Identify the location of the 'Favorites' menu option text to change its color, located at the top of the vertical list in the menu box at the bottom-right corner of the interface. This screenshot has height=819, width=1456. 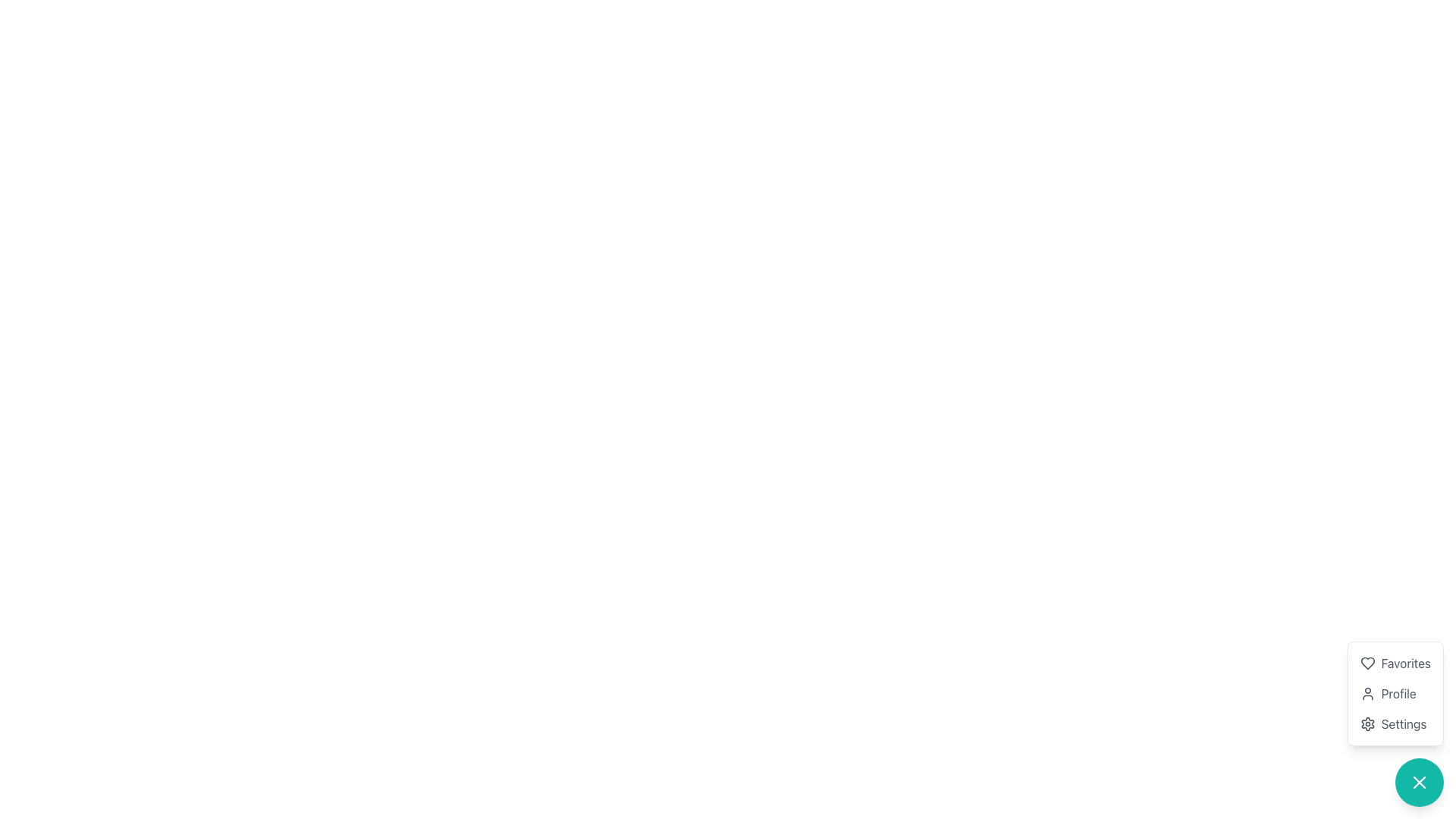
(1395, 663).